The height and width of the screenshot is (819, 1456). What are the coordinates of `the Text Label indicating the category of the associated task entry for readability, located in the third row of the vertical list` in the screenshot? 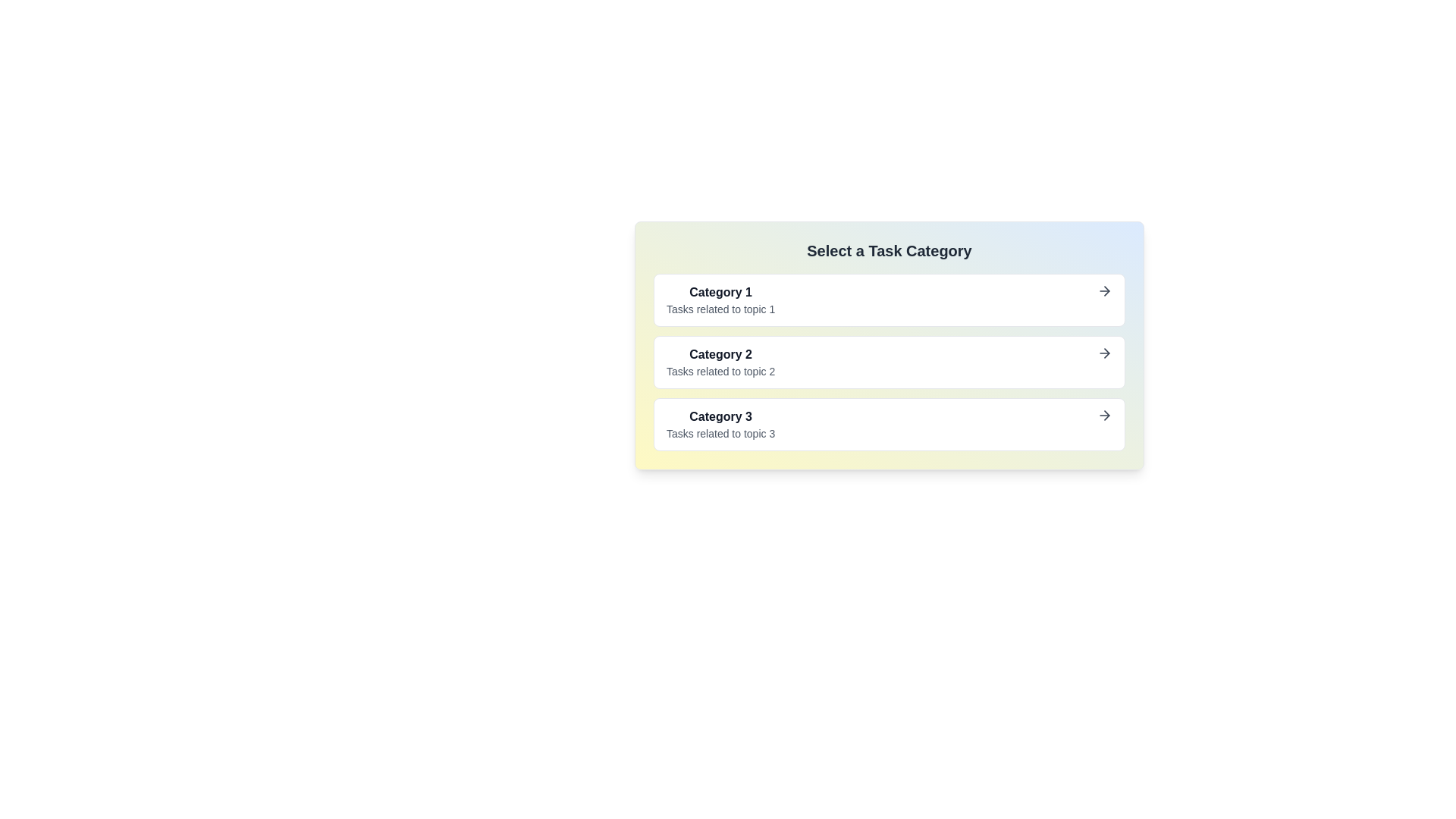 It's located at (720, 416).